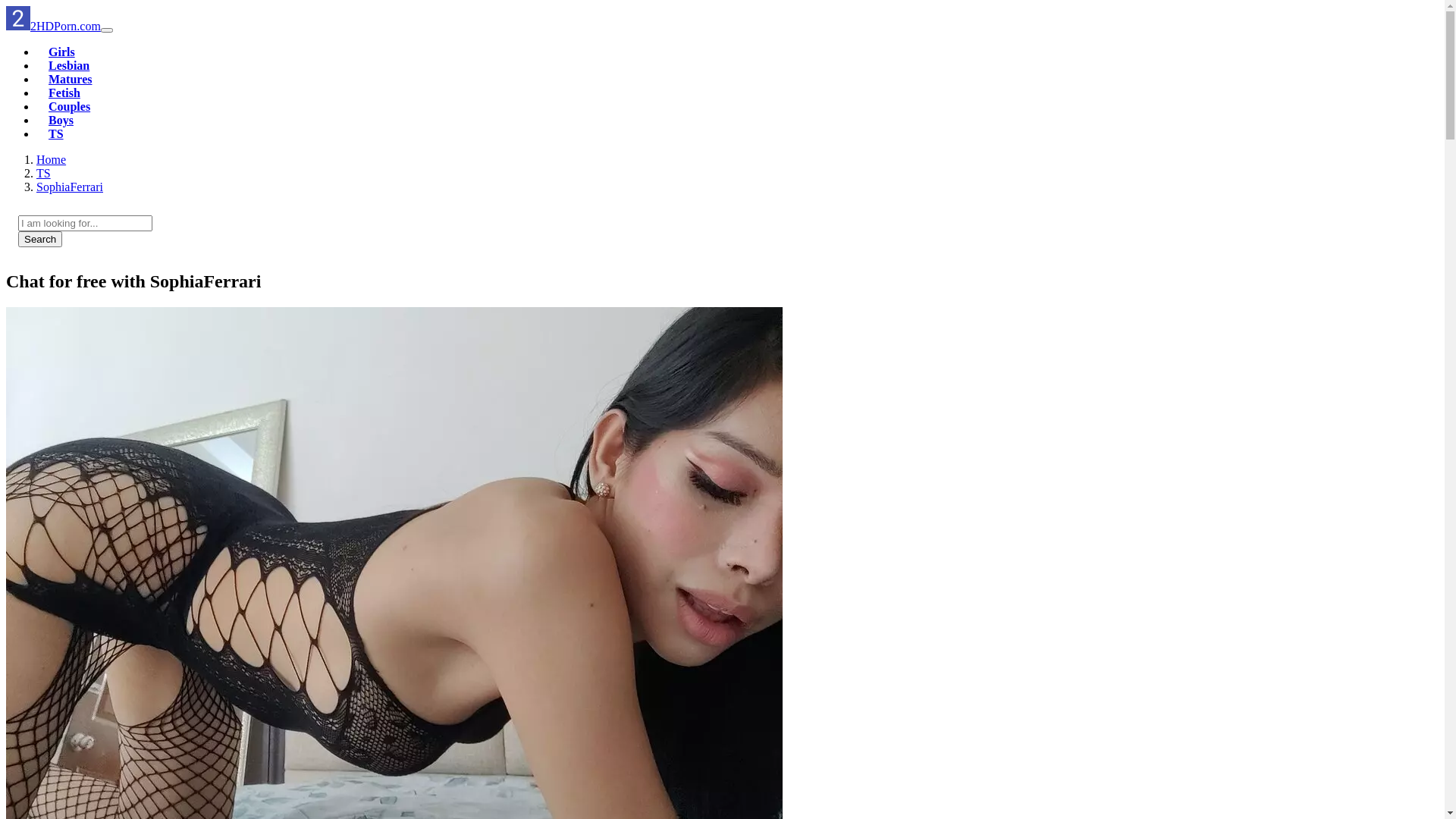 Image resolution: width=1456 pixels, height=819 pixels. I want to click on 'Girls', so click(61, 51).